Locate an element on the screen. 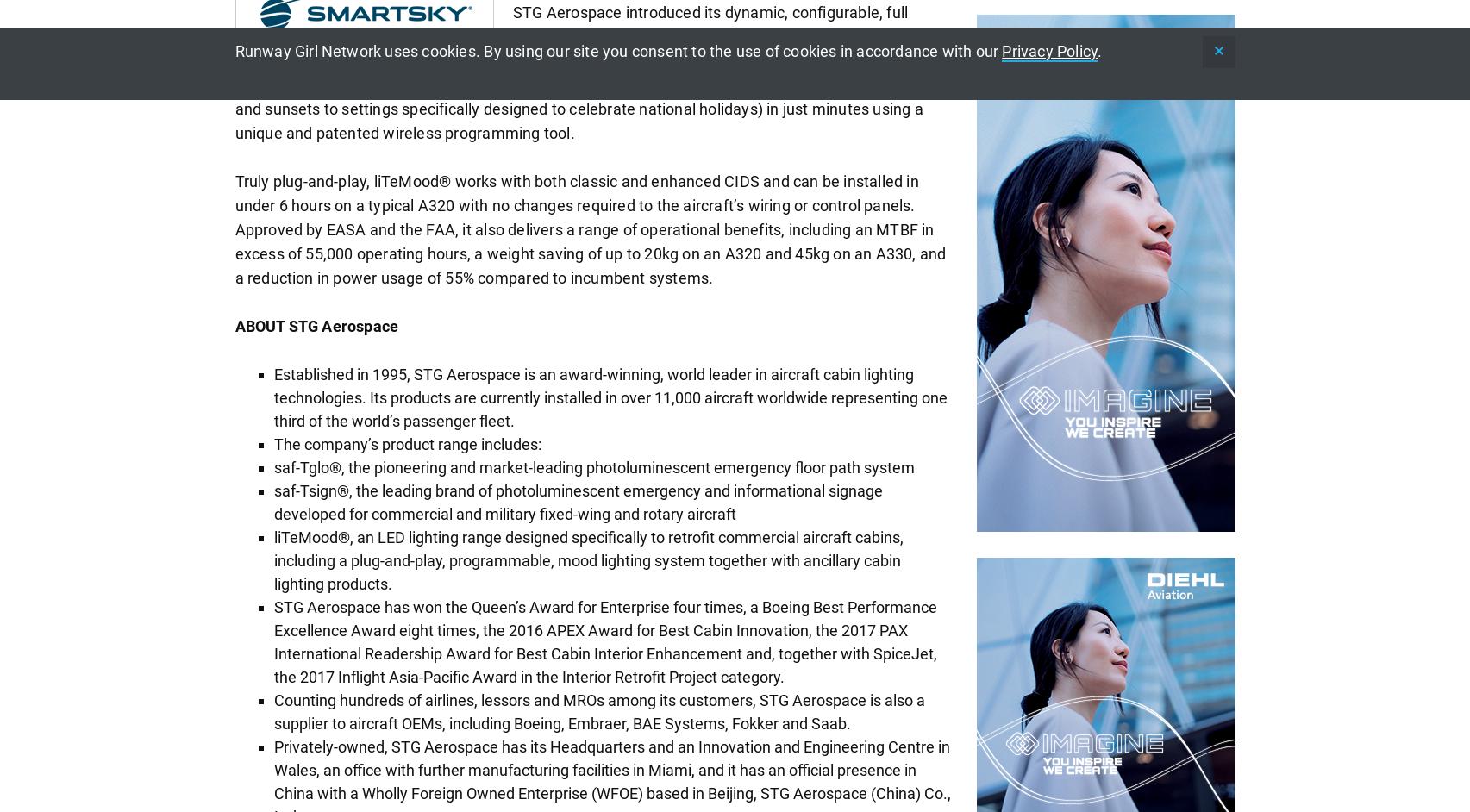 The image size is (1470, 812). 'Truly plug-and-play, liTeMood® works with both classic and enhanced CIDS and can be installed in under 6 hours on a typical A320 with no changes required to the aircraft’s wiring or control panels. Approved by EASA and the FAA, it also delivers a range of operational benefits, including an MTBF in excess of 55,000 operating hours, a weight saving of up to 20kg on an A320 and 45kg on an A330, and a reduction in power usage of 55% compared to incumbent systems.' is located at coordinates (590, 228).